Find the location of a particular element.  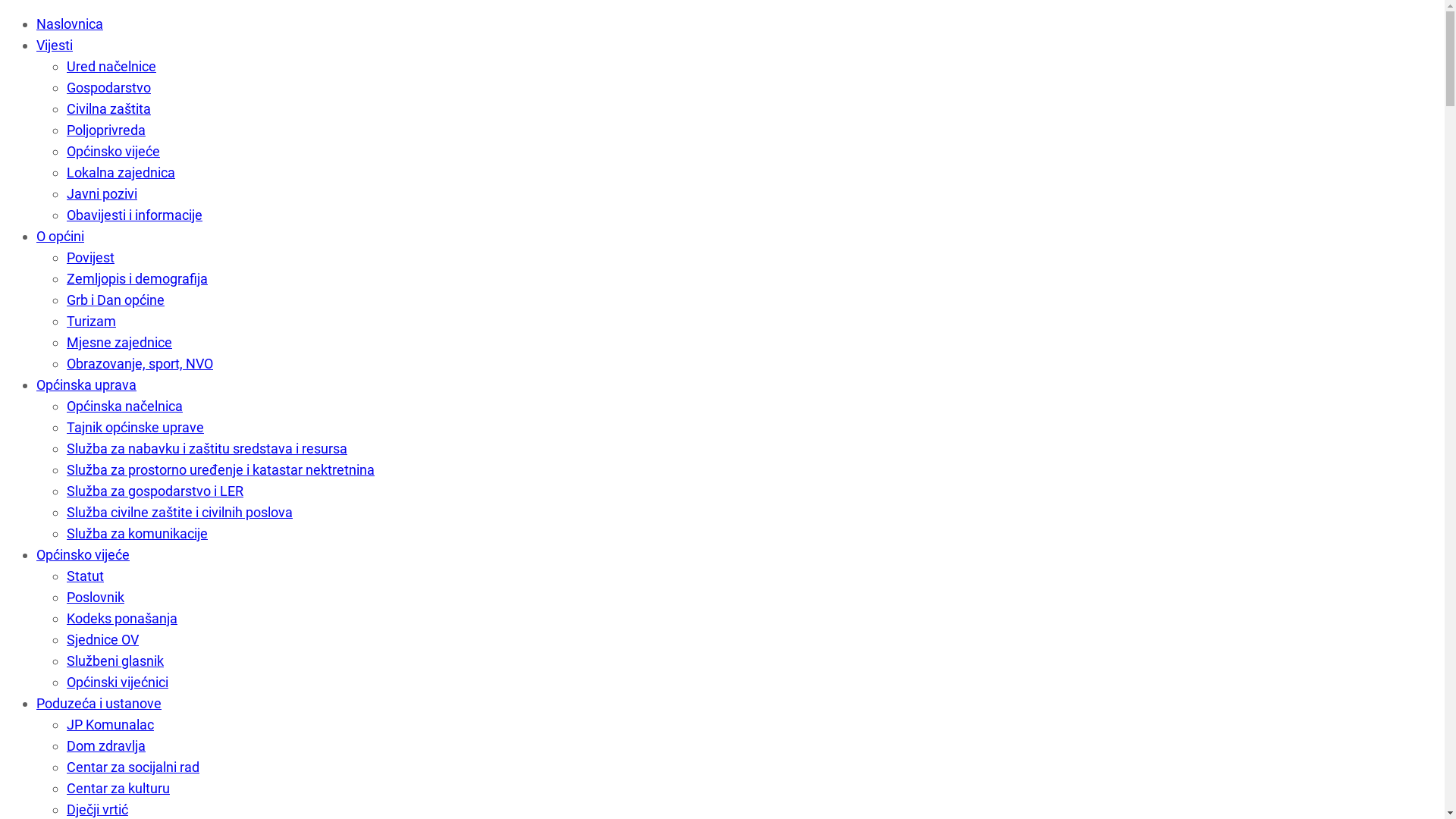

'Centar za kulturu' is located at coordinates (118, 787).